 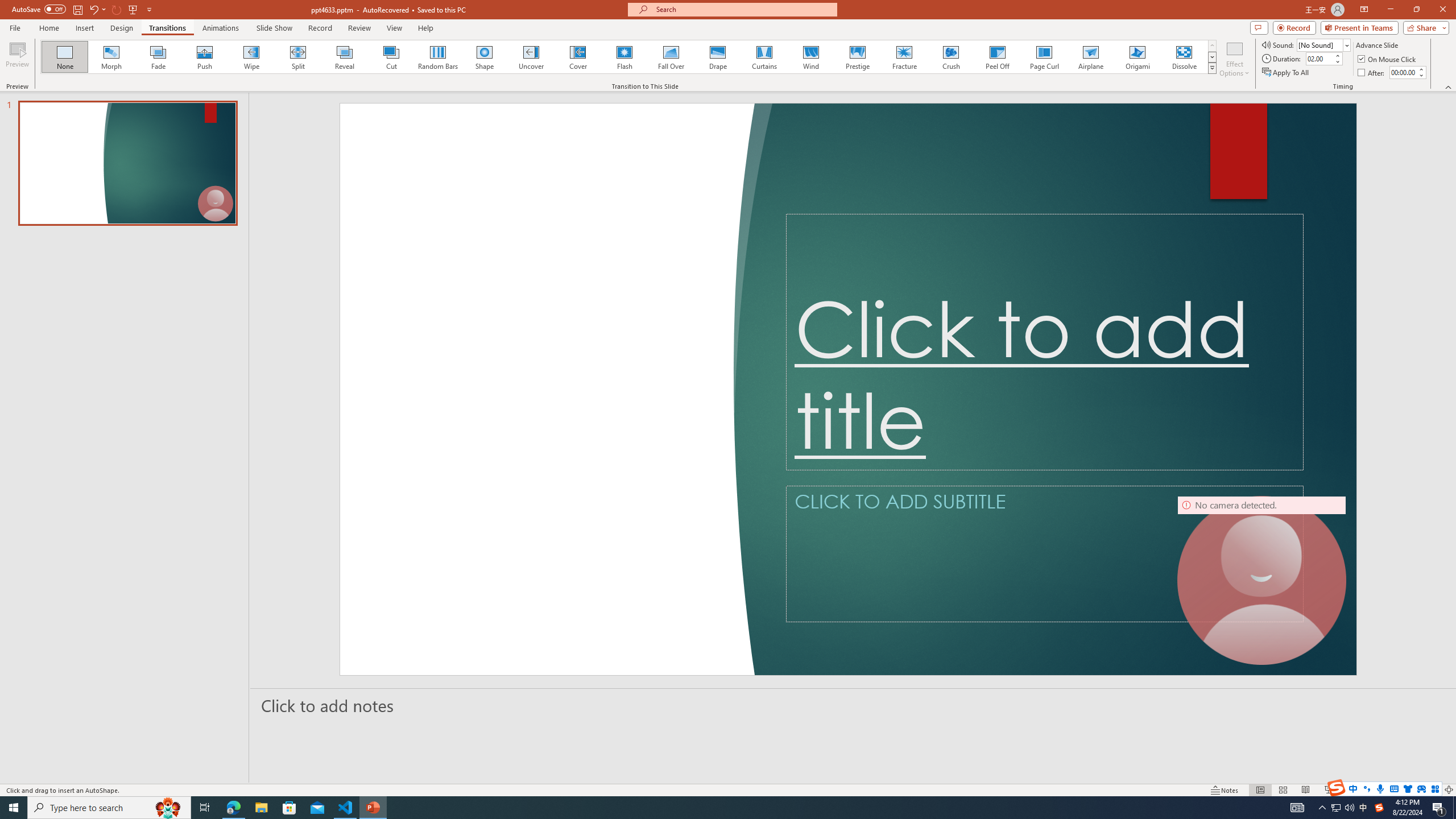 I want to click on 'Apply To All', so click(x=1287, y=72).